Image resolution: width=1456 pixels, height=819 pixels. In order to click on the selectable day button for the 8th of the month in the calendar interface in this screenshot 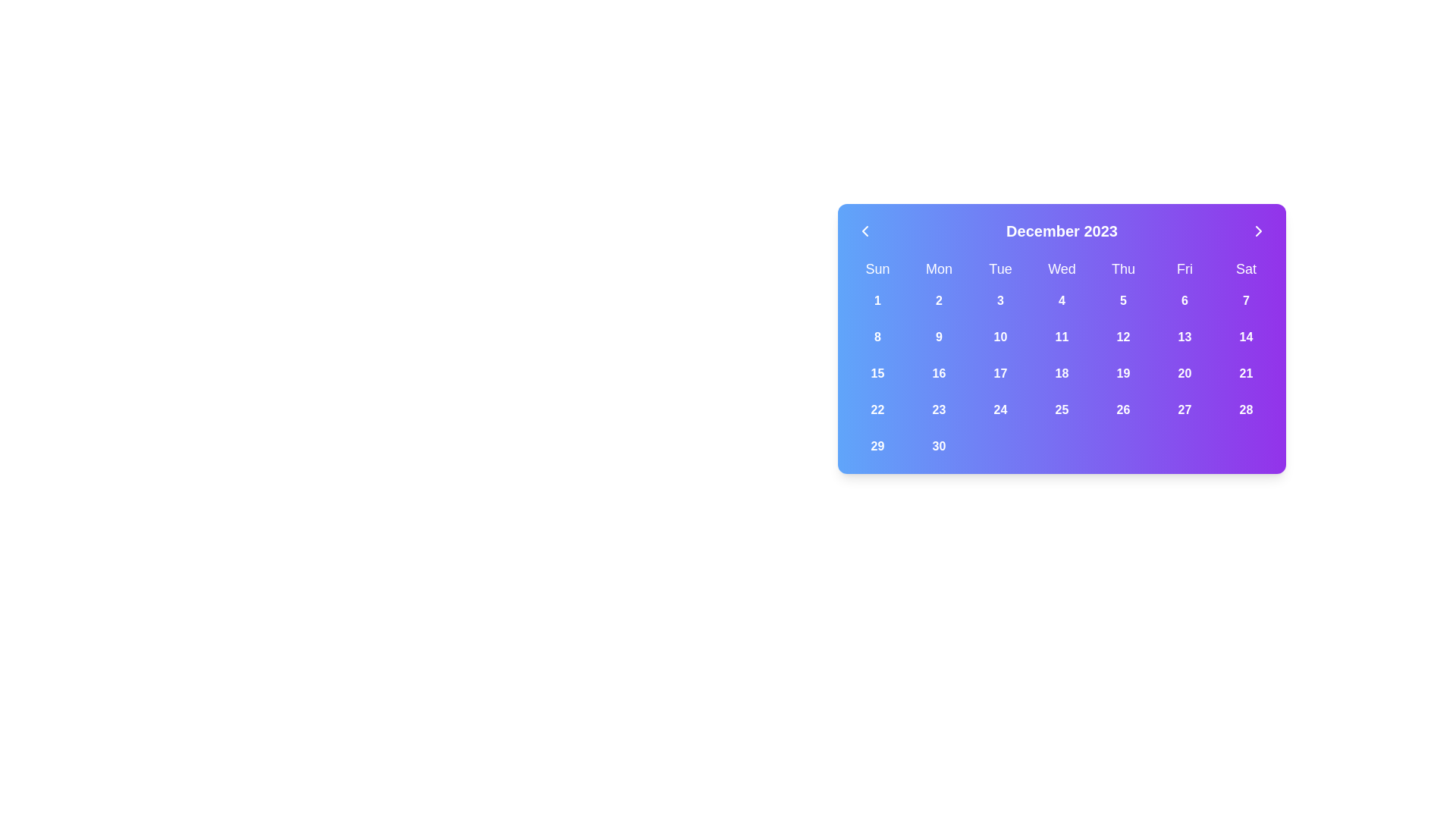, I will do `click(877, 336)`.